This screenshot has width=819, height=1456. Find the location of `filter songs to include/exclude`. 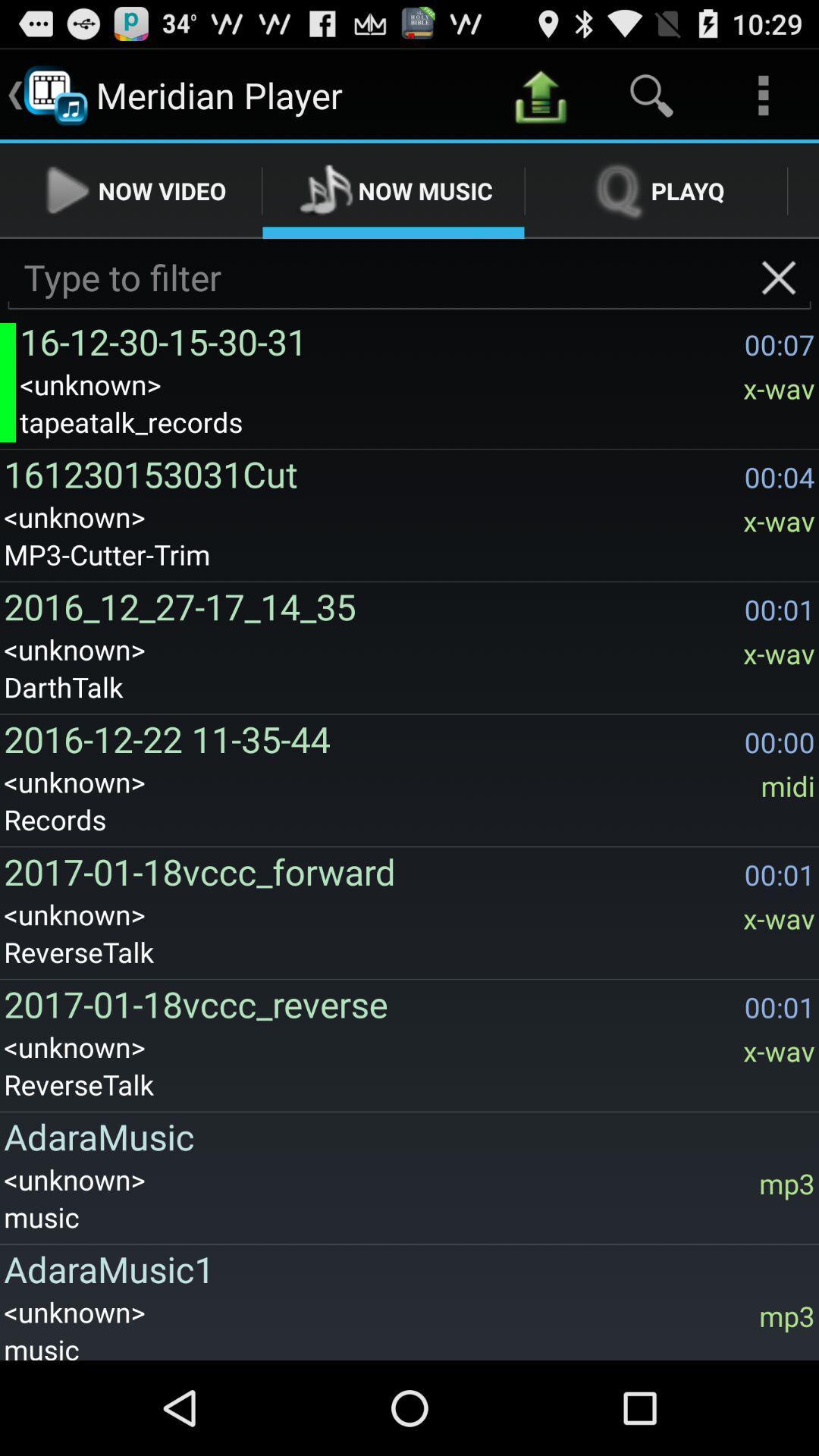

filter songs to include/exclude is located at coordinates (409, 278).